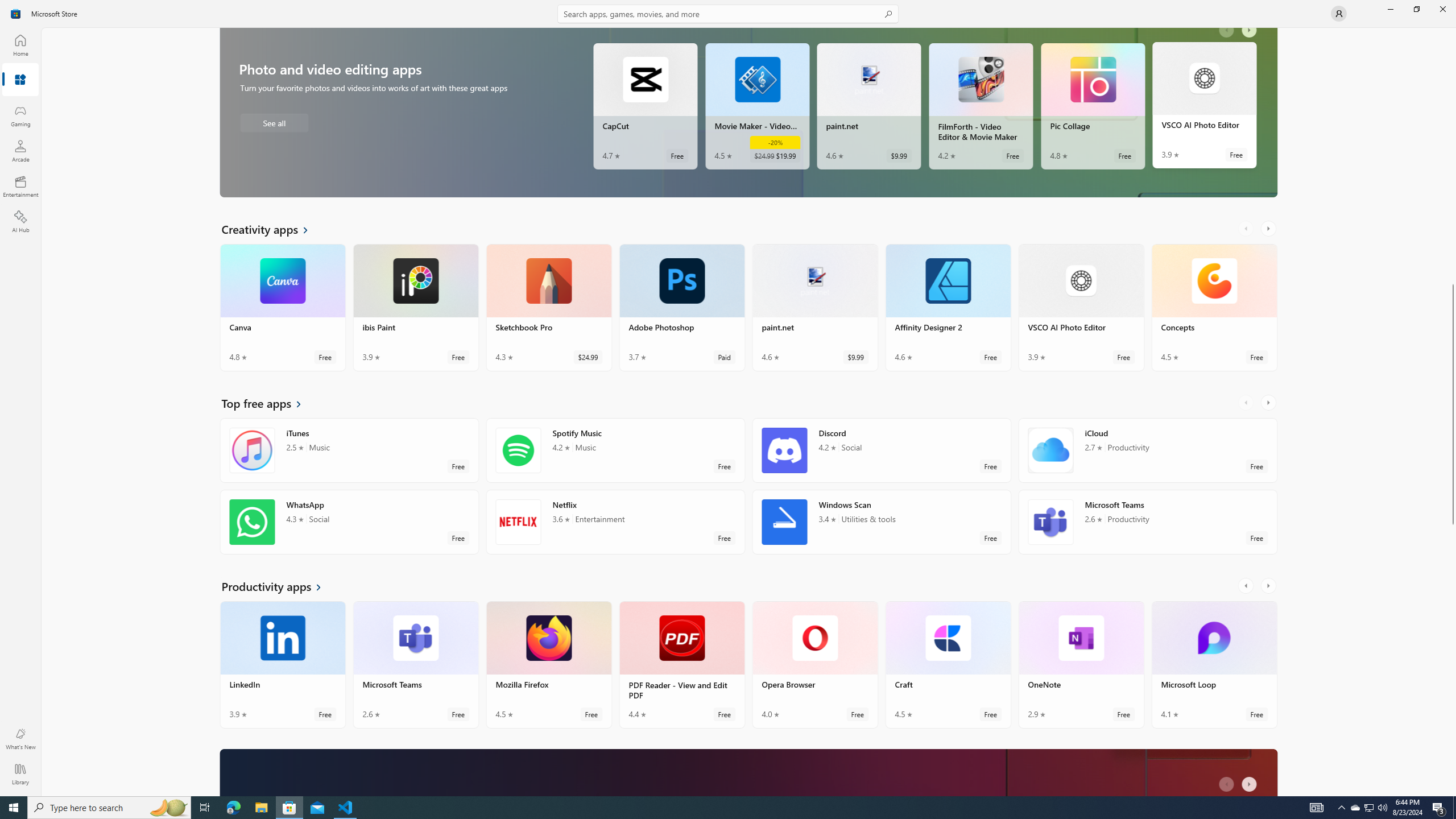  I want to click on 'AutomationID: LeftScrollButton', so click(1228, 784).